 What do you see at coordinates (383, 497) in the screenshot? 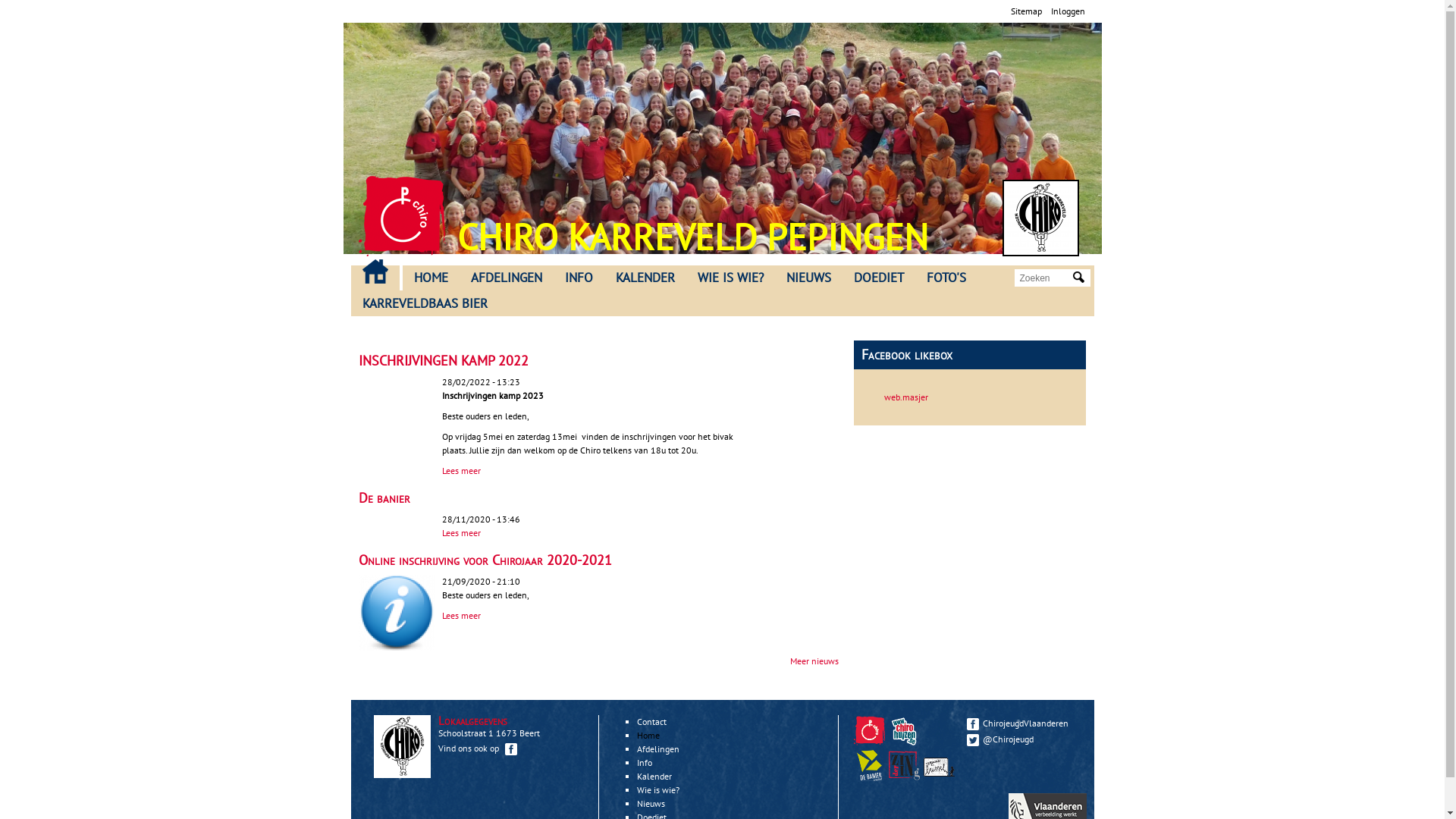
I see `'De banier'` at bounding box center [383, 497].